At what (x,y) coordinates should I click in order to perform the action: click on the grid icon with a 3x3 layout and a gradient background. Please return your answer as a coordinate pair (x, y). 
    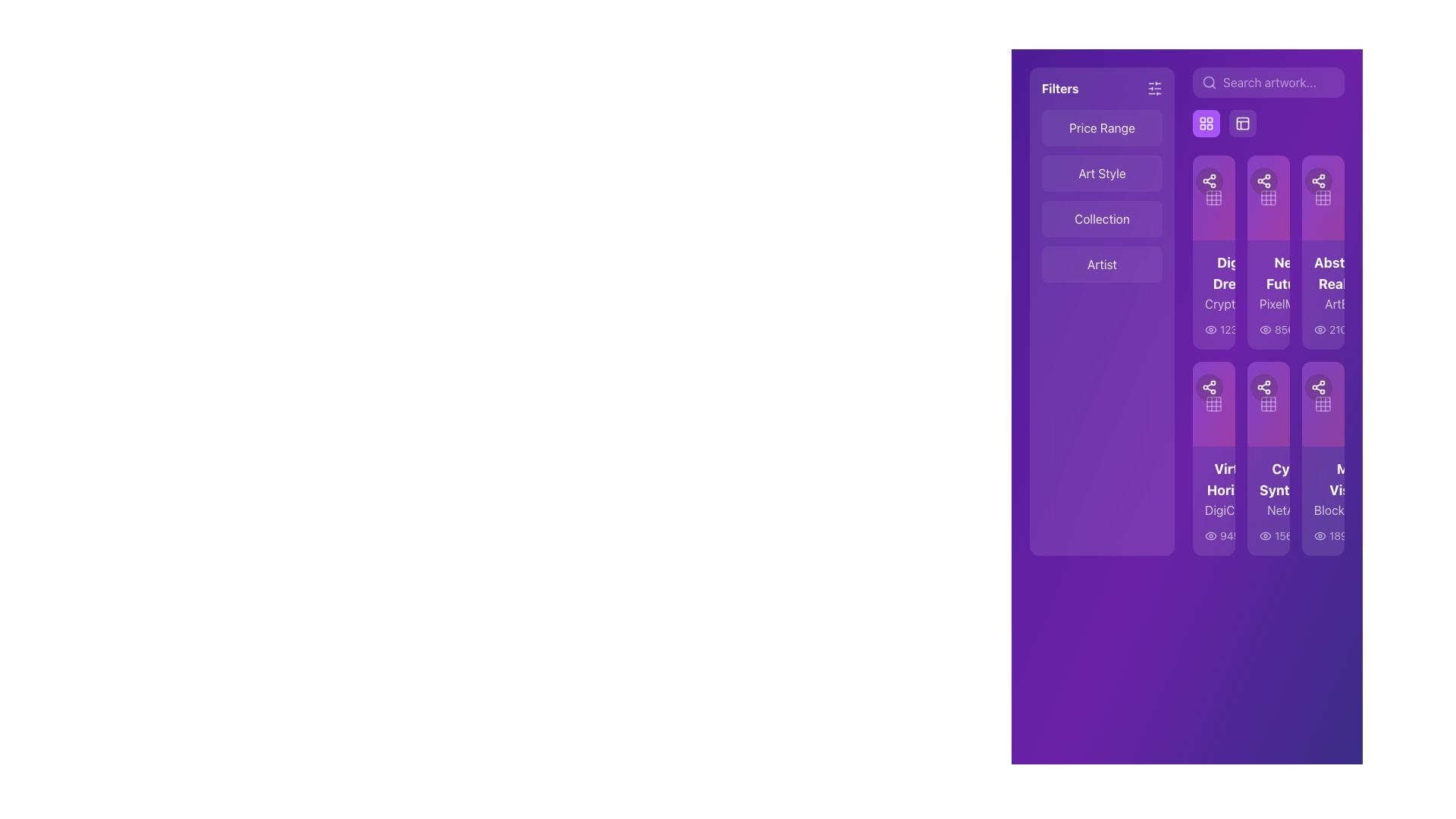
    Looking at the image, I should click on (1214, 197).